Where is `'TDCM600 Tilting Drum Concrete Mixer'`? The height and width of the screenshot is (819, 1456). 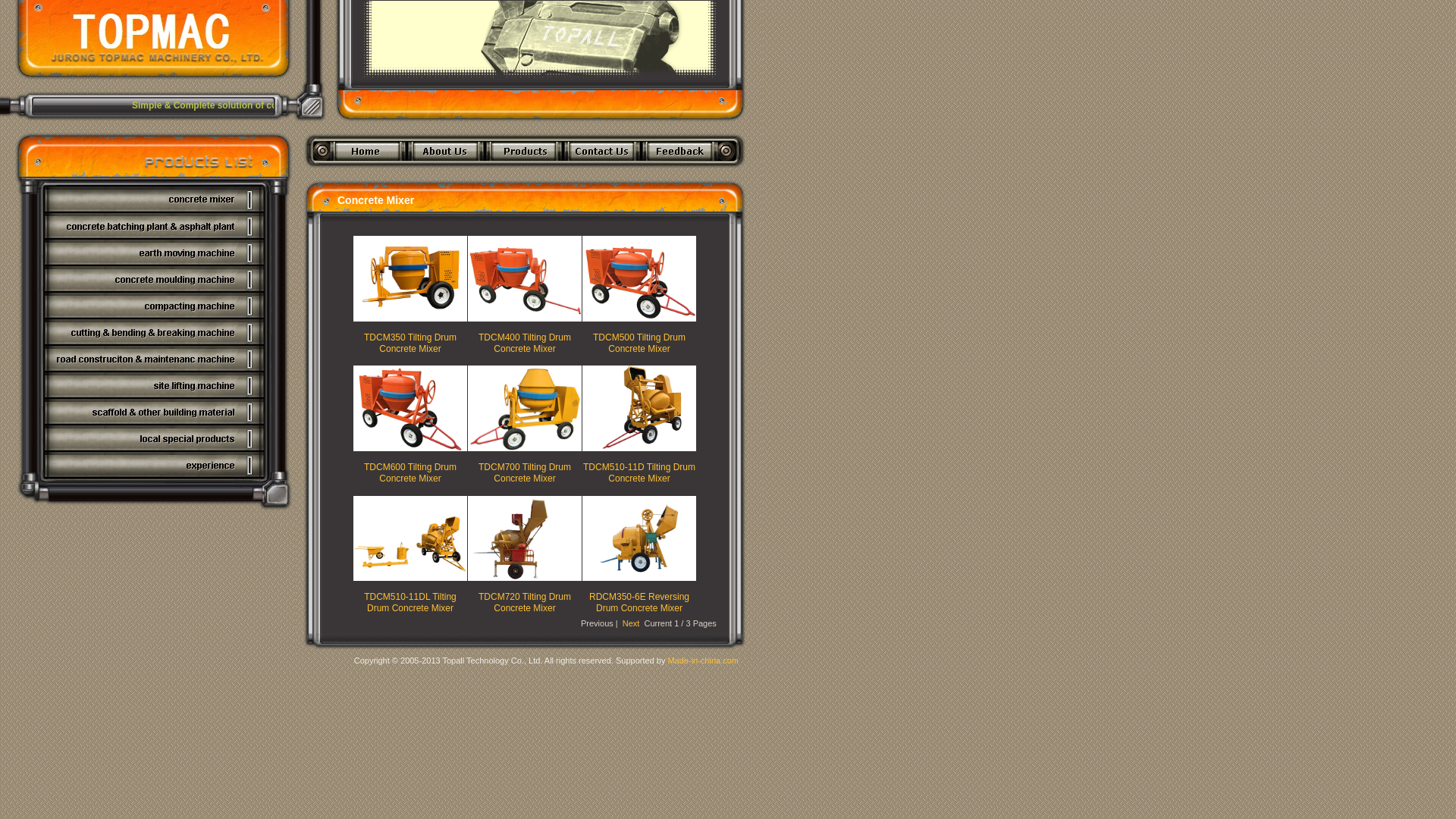
'TDCM600 Tilting Drum Concrete Mixer' is located at coordinates (410, 472).